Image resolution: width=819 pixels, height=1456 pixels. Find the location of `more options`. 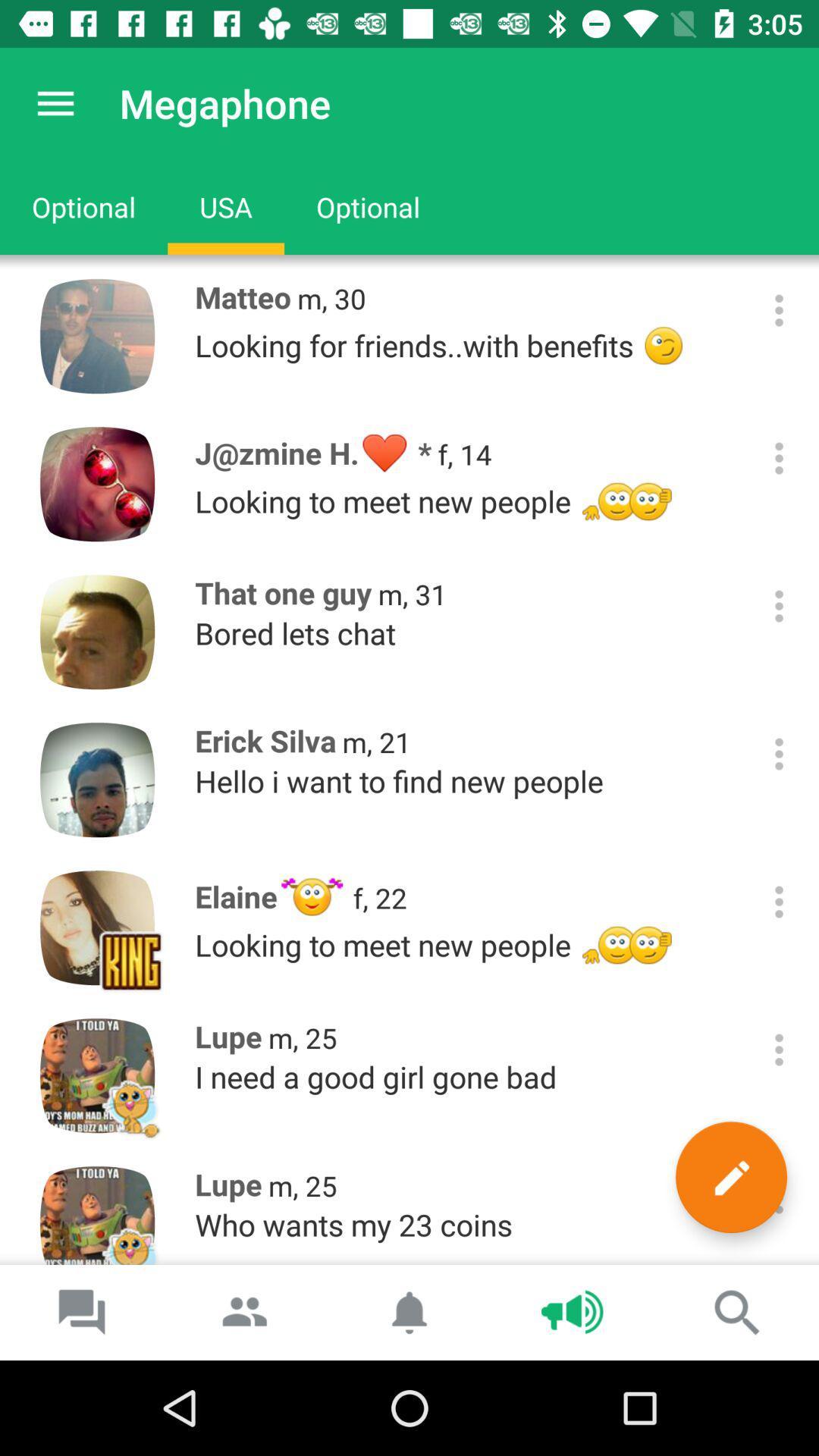

more options is located at coordinates (779, 605).